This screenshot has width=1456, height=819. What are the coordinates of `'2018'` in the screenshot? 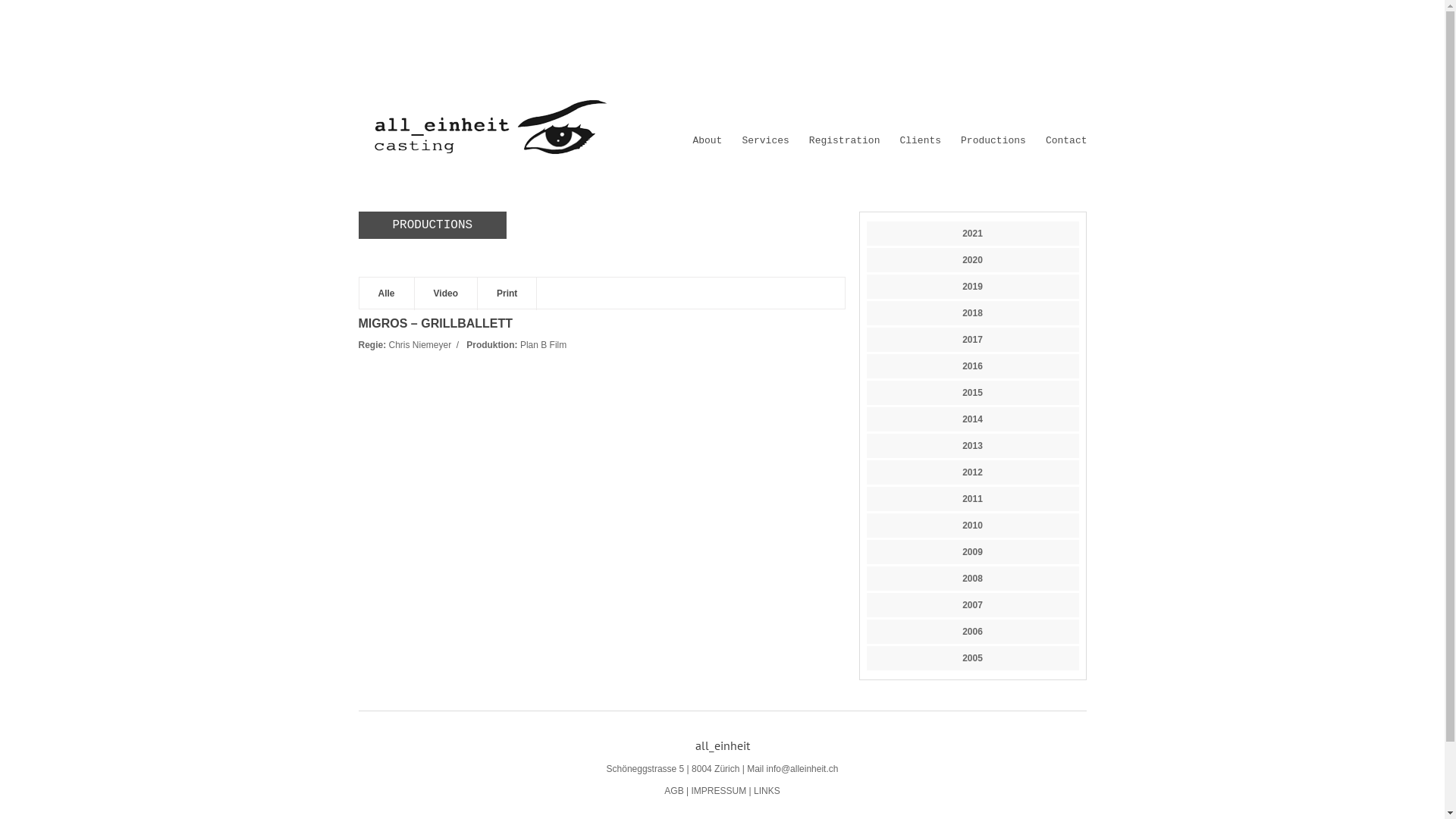 It's located at (972, 312).